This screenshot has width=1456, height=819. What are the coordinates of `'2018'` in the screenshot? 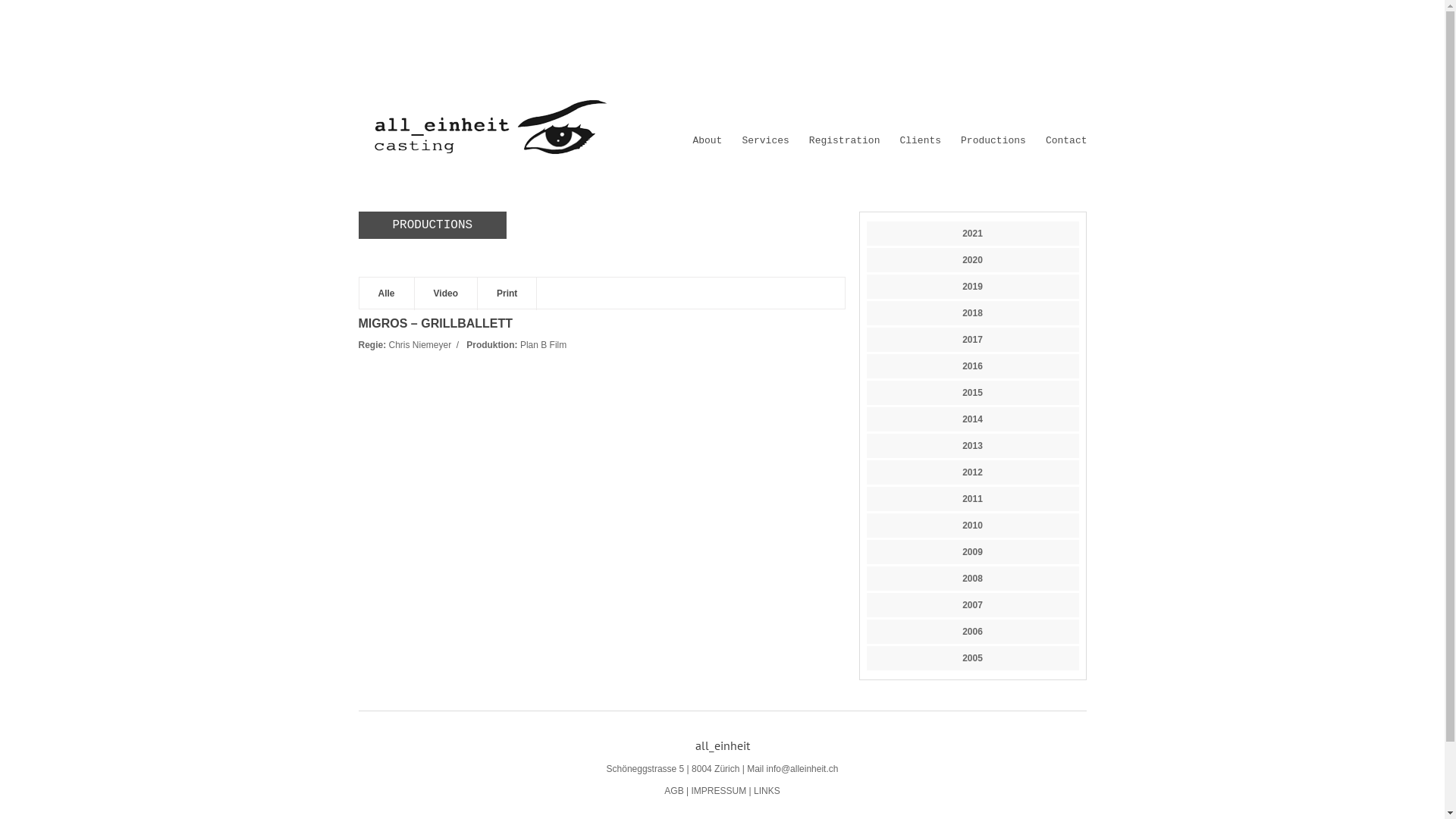 It's located at (972, 312).